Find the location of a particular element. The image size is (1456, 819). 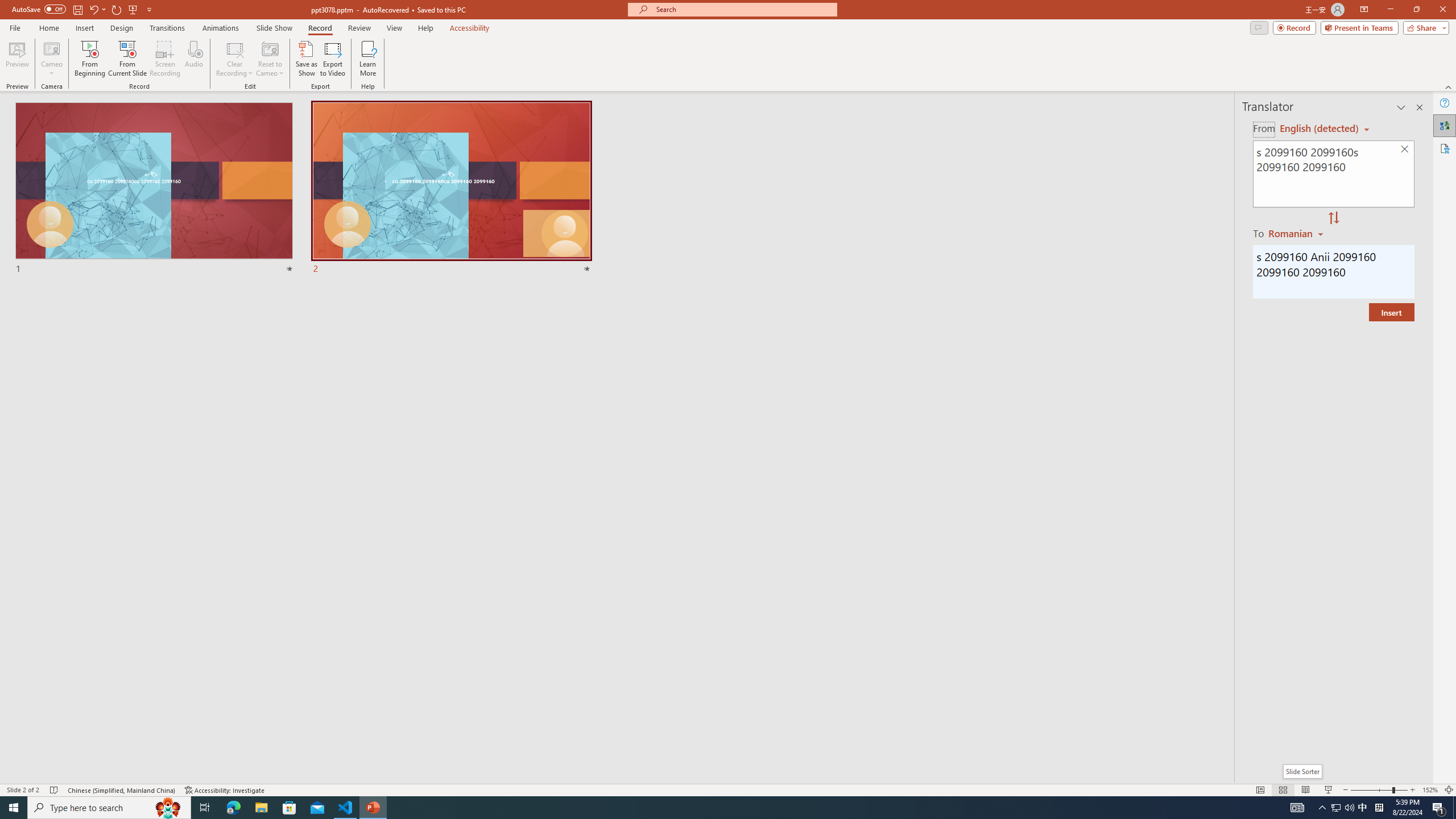

'Clear text' is located at coordinates (1405, 150).